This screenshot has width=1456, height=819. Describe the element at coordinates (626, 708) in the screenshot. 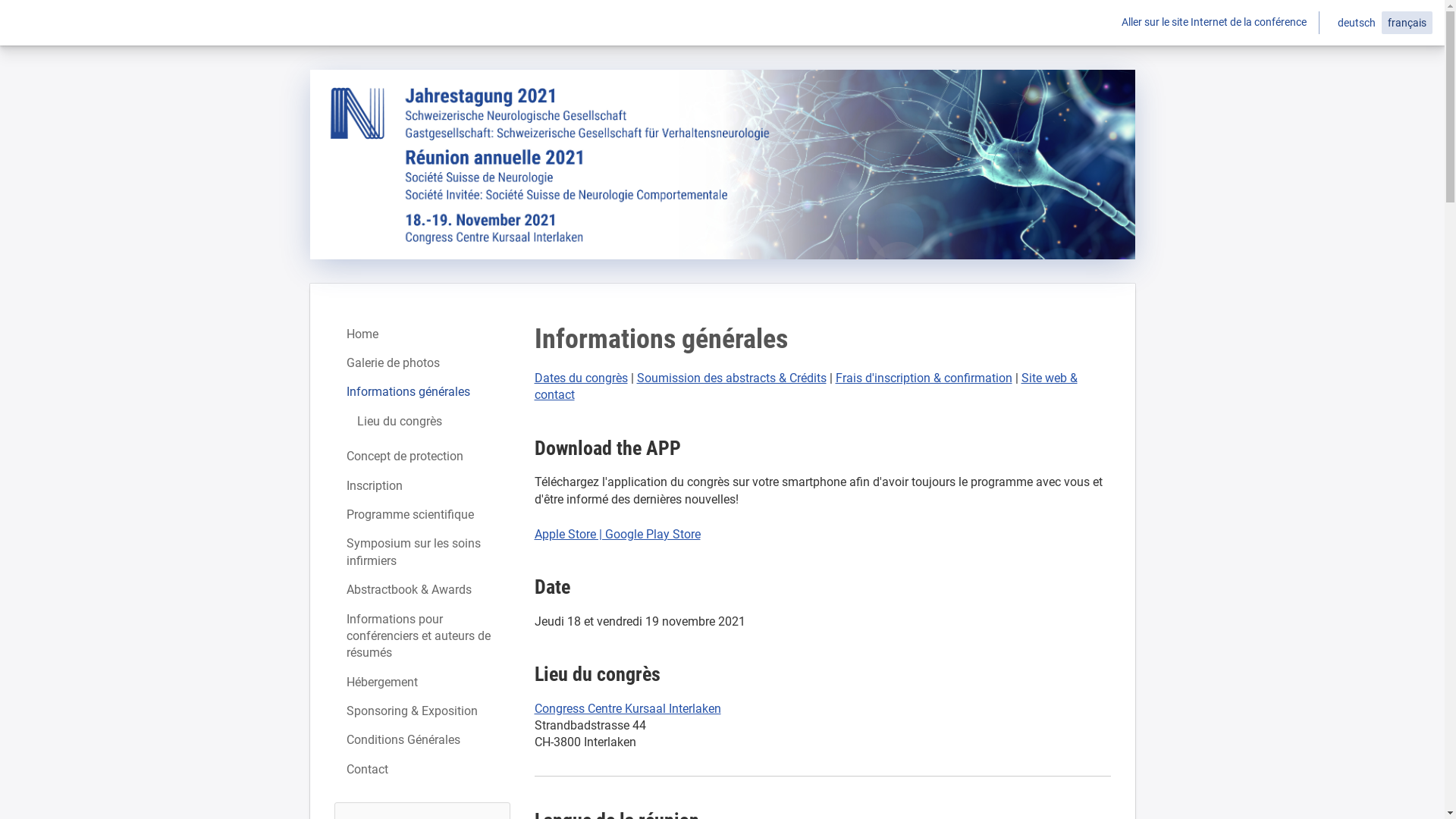

I see `'Congress Centre Kursaal Interlaken'` at that location.